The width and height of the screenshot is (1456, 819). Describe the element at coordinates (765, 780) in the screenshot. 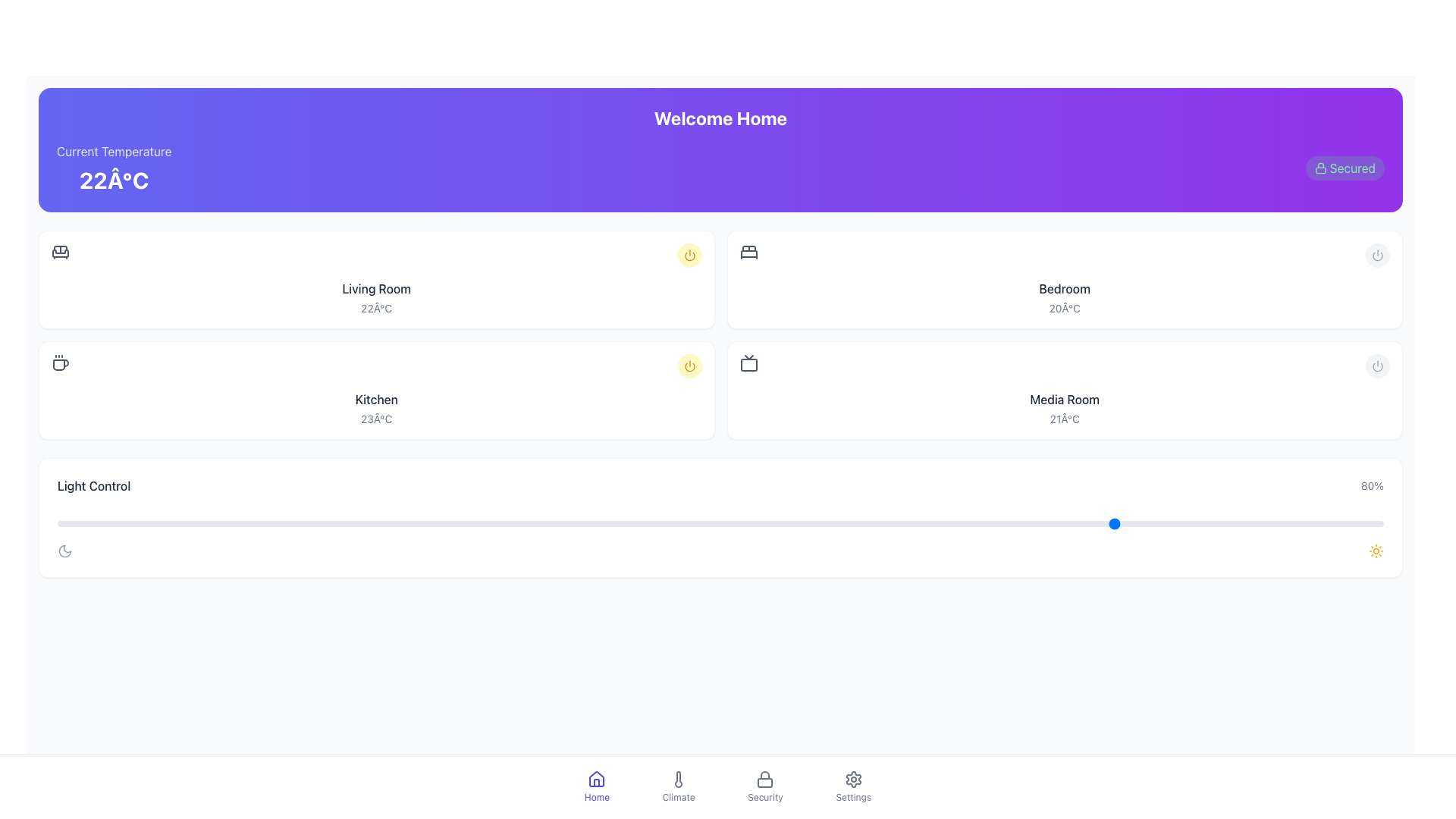

I see `the 'Security' icon in the bottom navigation bar` at that location.